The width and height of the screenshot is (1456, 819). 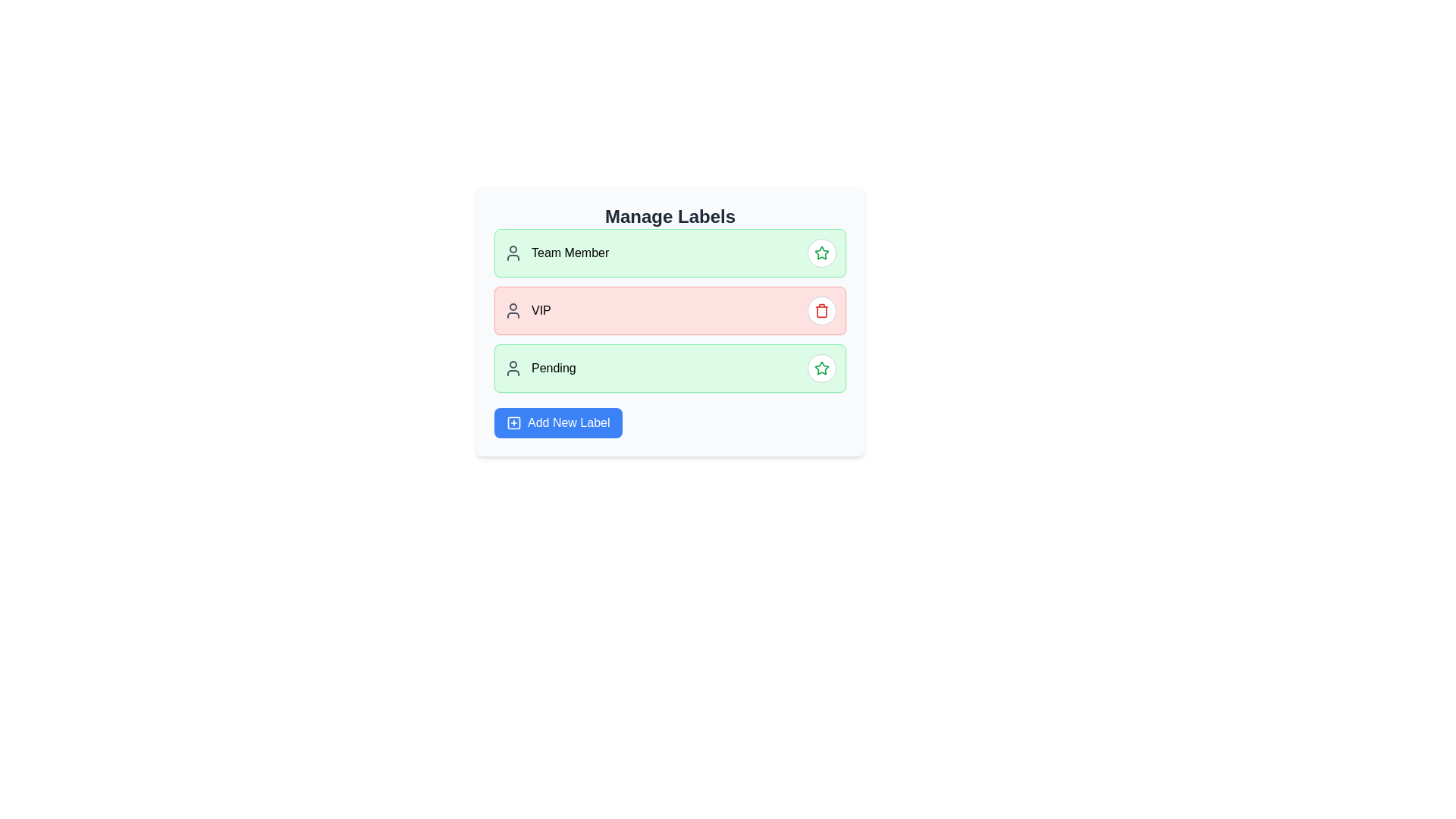 What do you see at coordinates (821, 253) in the screenshot?
I see `the star icon located within the circular button on the rightmost side of the bottom green section labeled 'Pending' to mark it as favorite` at bounding box center [821, 253].